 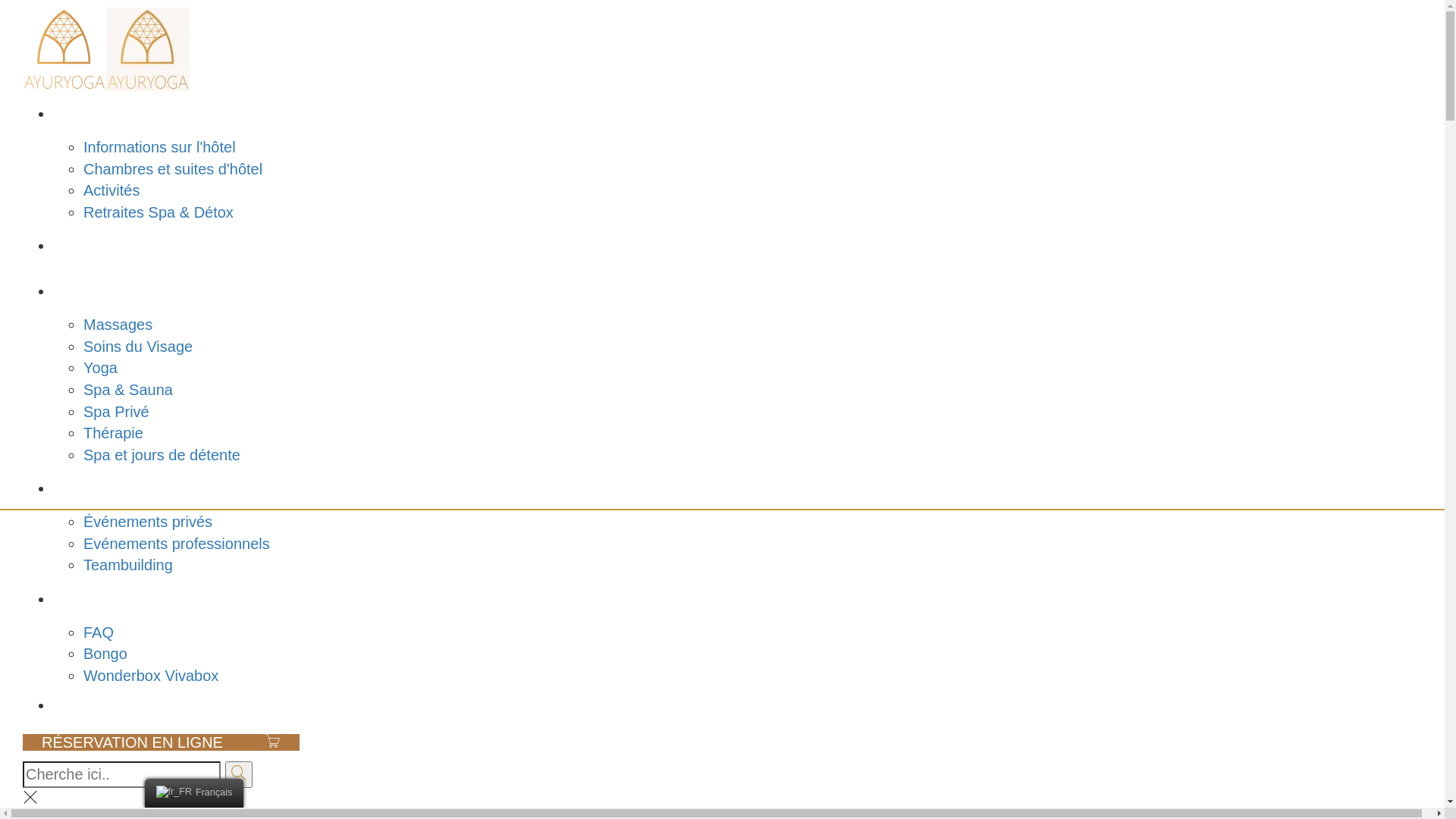 I want to click on 'Massages', so click(x=117, y=324).